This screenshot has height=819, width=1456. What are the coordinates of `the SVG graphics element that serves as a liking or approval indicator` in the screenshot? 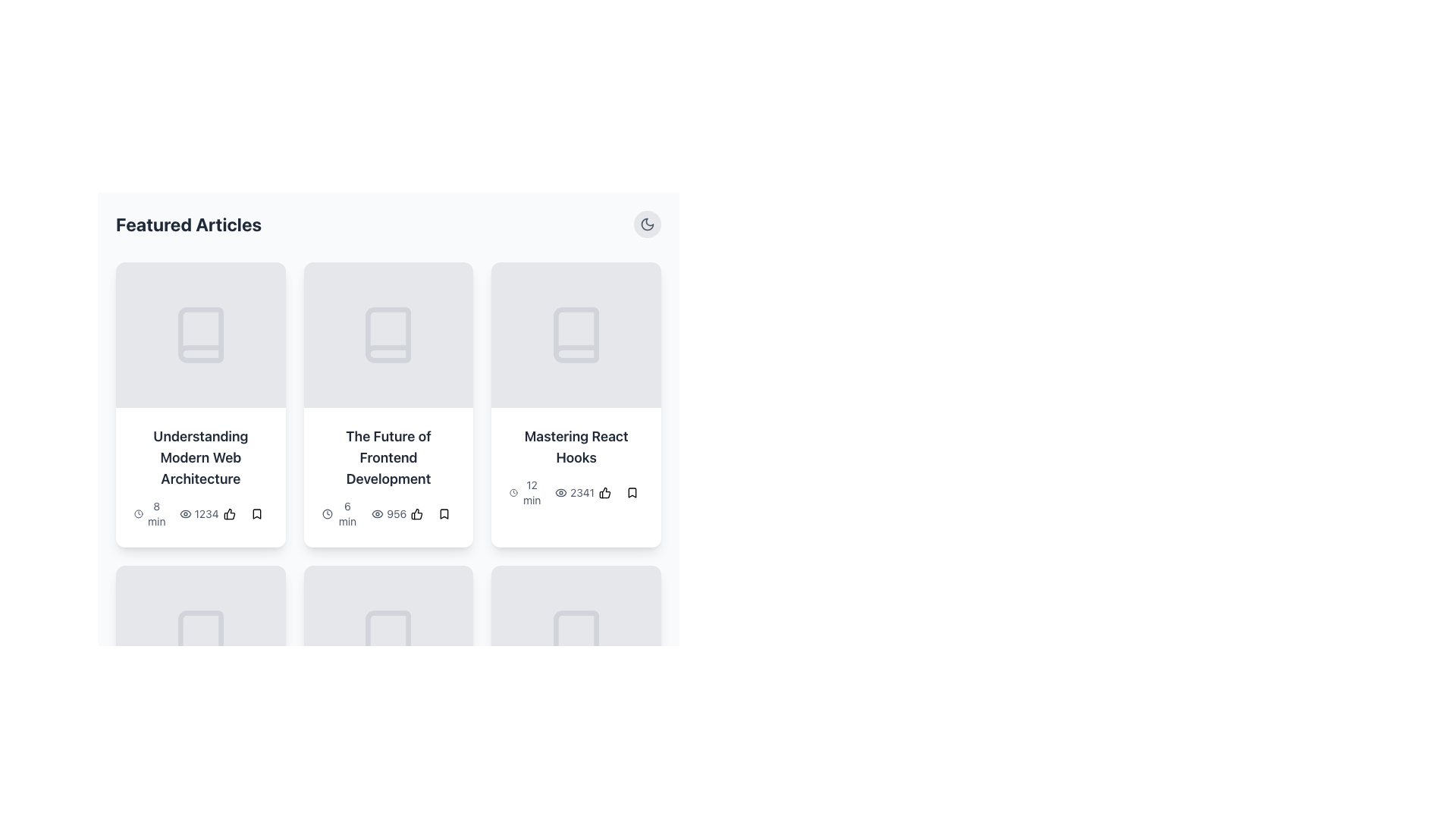 It's located at (417, 795).